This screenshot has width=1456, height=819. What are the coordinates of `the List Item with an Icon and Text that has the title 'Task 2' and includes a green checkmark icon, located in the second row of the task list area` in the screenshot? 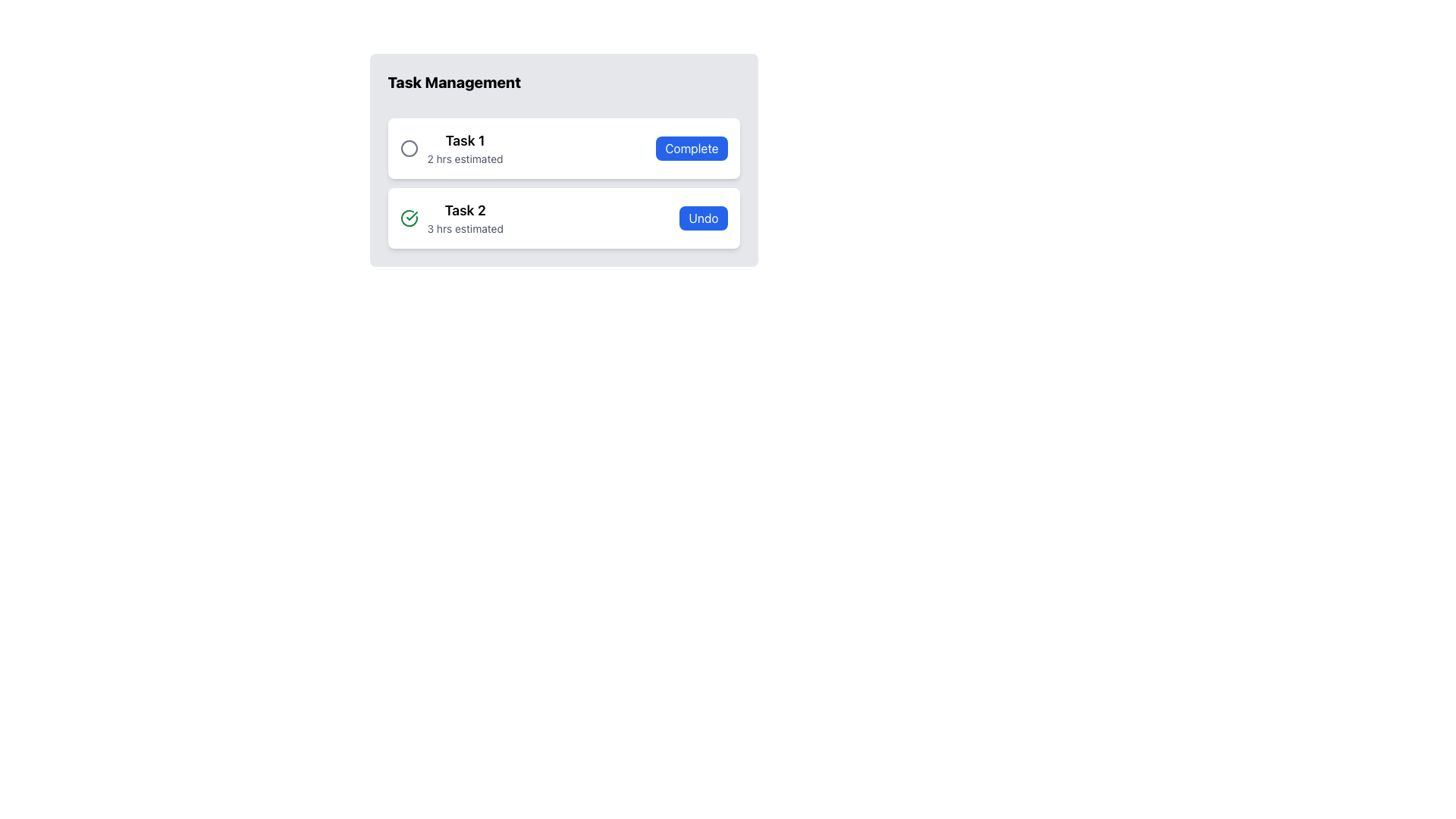 It's located at (450, 218).